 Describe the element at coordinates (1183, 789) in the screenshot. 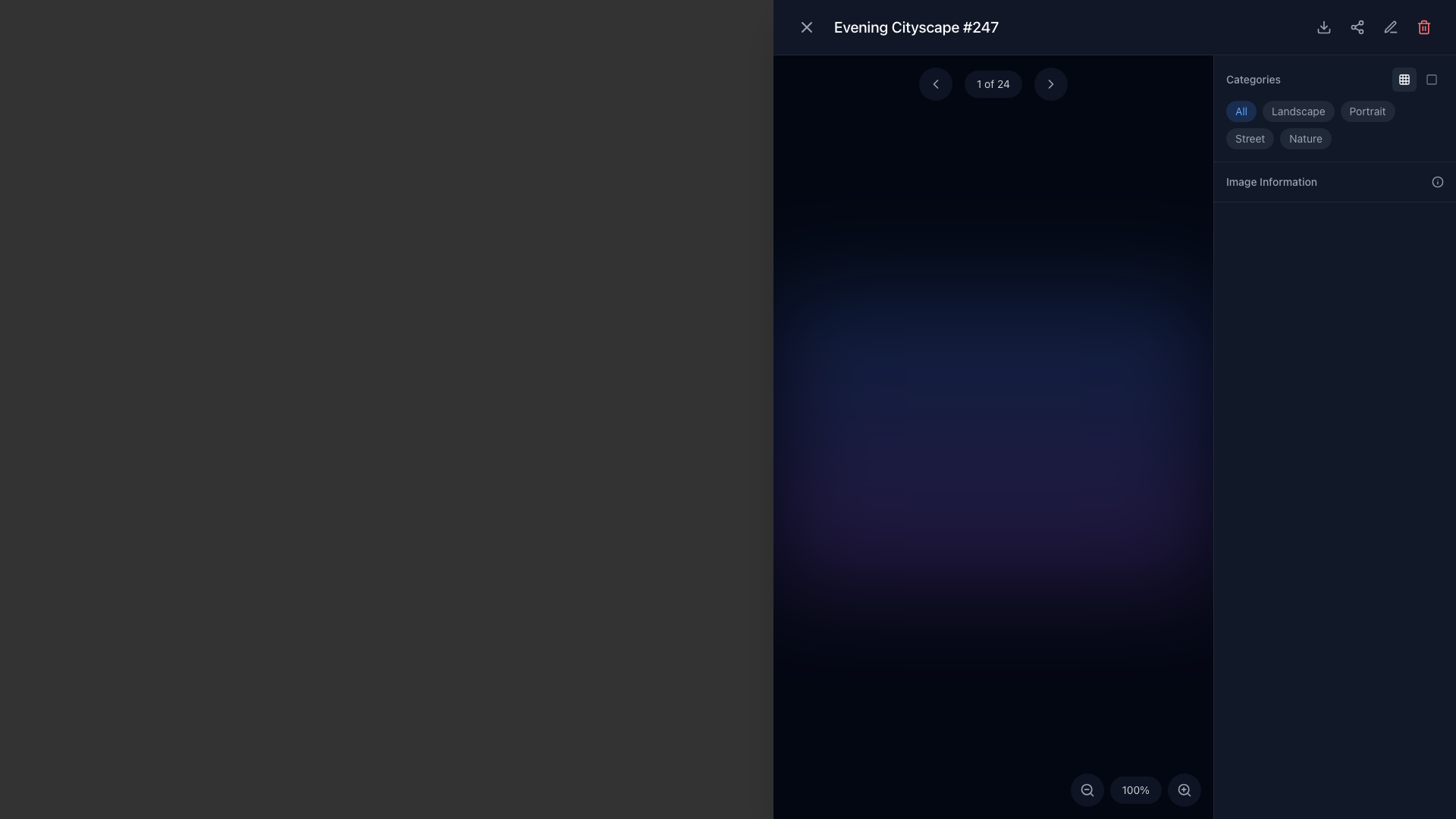

I see `the magnifying glass icon with a '+' symbol inside the round button located in the bottom-right corner` at that location.